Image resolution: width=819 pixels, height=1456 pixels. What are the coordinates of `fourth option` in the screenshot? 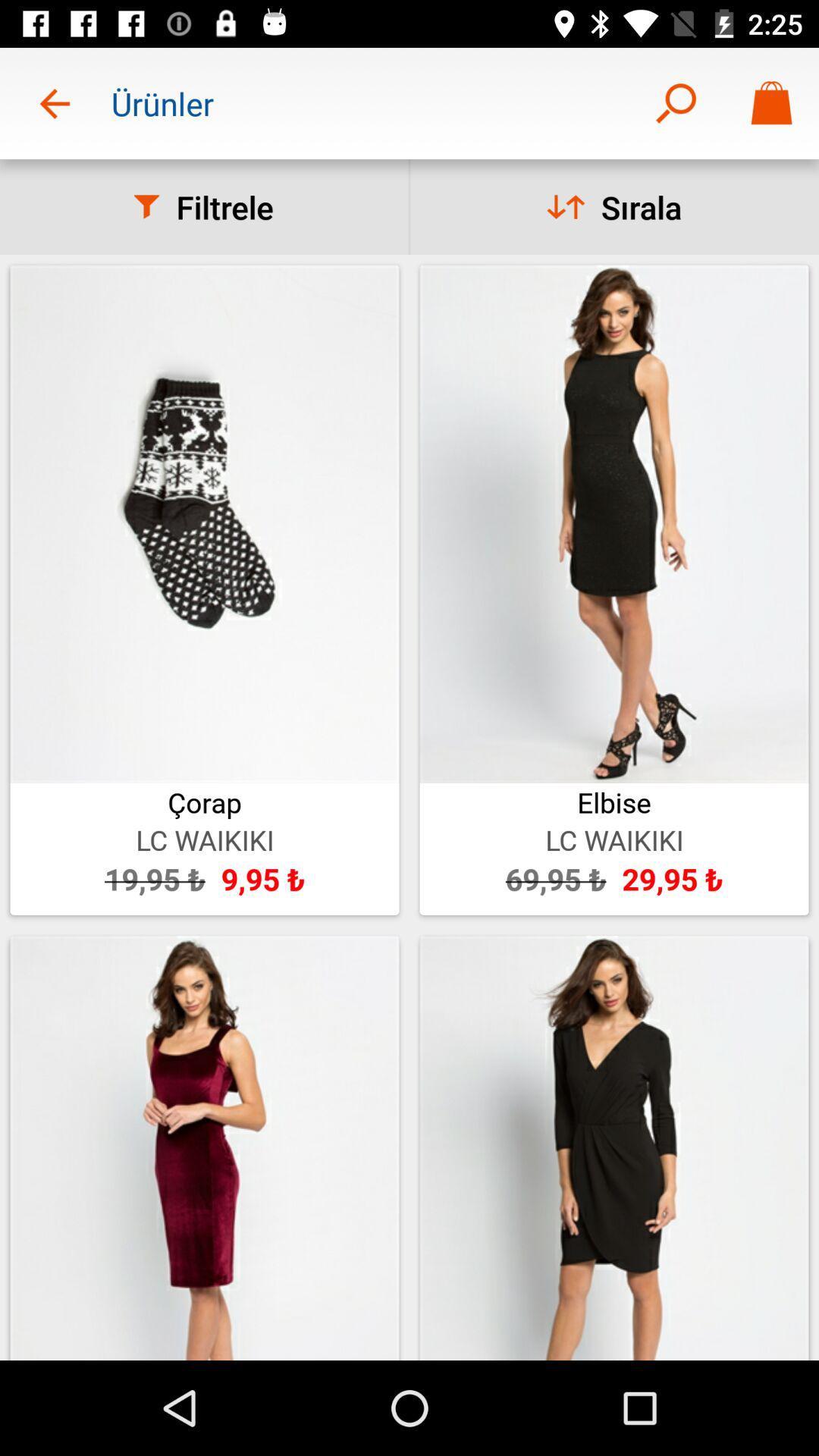 It's located at (614, 1147).